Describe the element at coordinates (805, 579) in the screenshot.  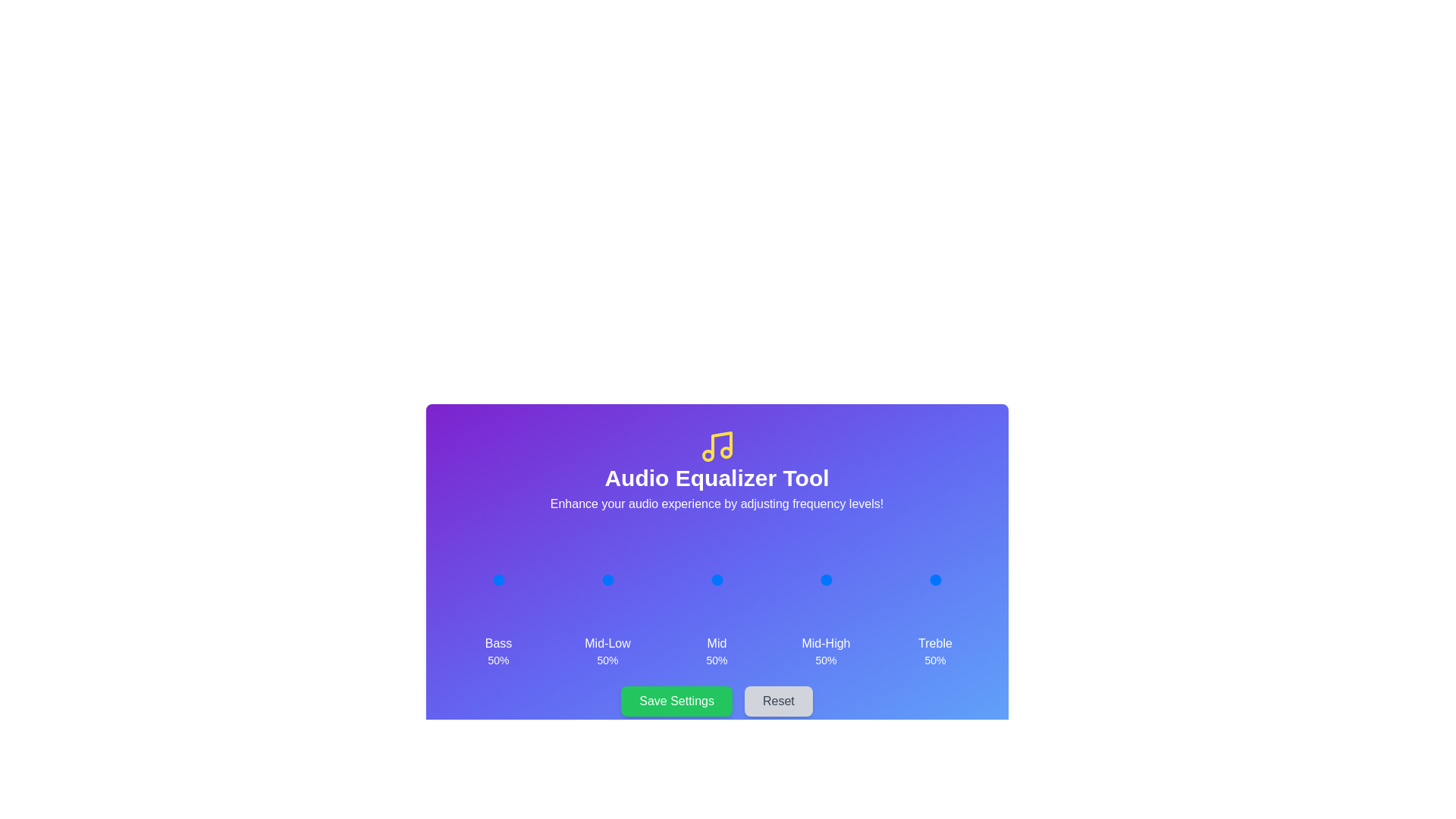
I see `the 3 slider to 8%` at that location.